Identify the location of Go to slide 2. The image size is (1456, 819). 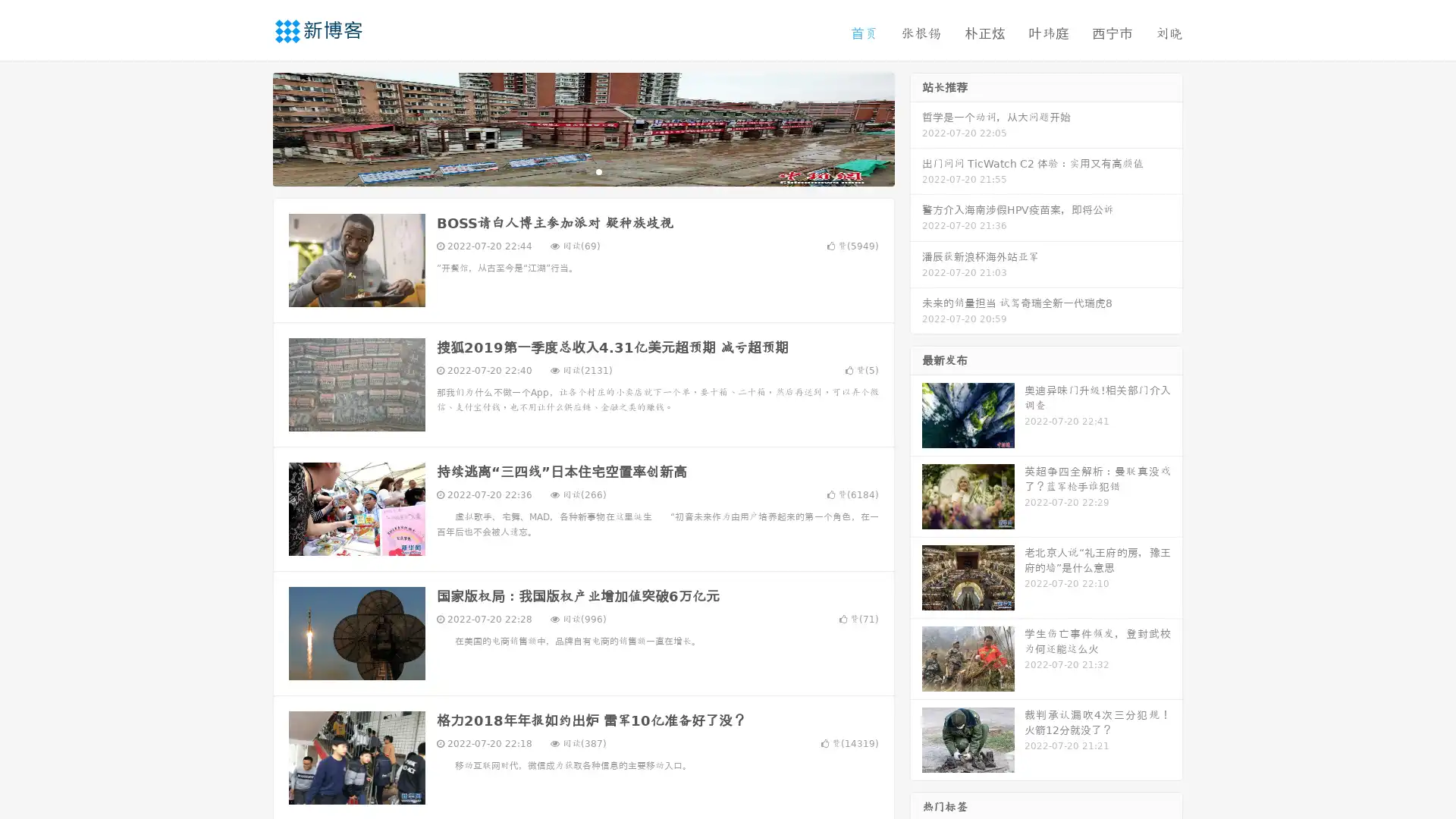
(582, 171).